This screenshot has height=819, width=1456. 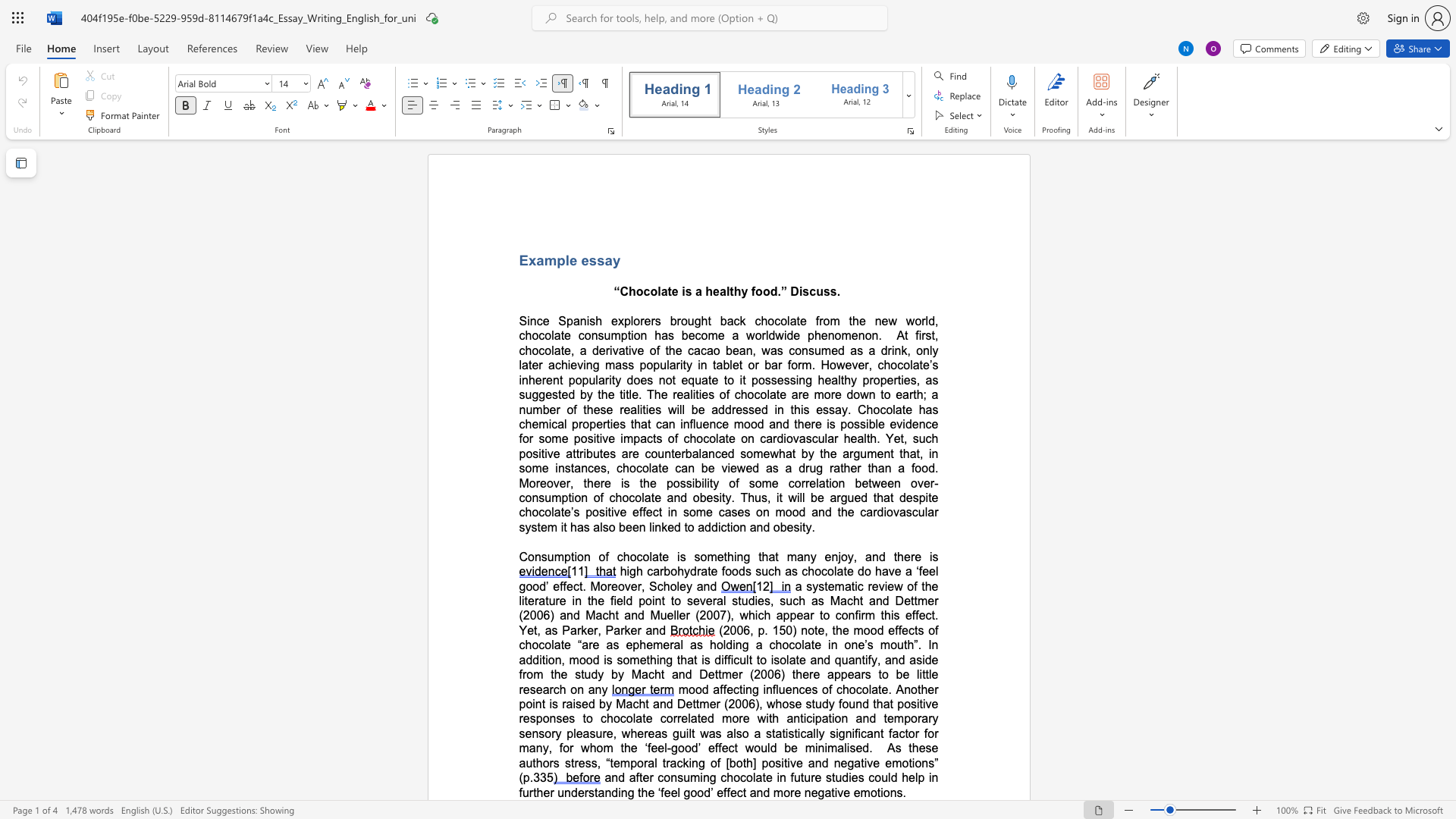 What do you see at coordinates (571, 600) in the screenshot?
I see `the subset text "in the field point to several studies, such as Macht and Dettmer (2006) and Macht and Mueller (2007" within the text "a systematic review of the literature in the field point to several studies, such as Macht and Dettmer (2006) and Macht and Mueller (2007), which"` at bounding box center [571, 600].